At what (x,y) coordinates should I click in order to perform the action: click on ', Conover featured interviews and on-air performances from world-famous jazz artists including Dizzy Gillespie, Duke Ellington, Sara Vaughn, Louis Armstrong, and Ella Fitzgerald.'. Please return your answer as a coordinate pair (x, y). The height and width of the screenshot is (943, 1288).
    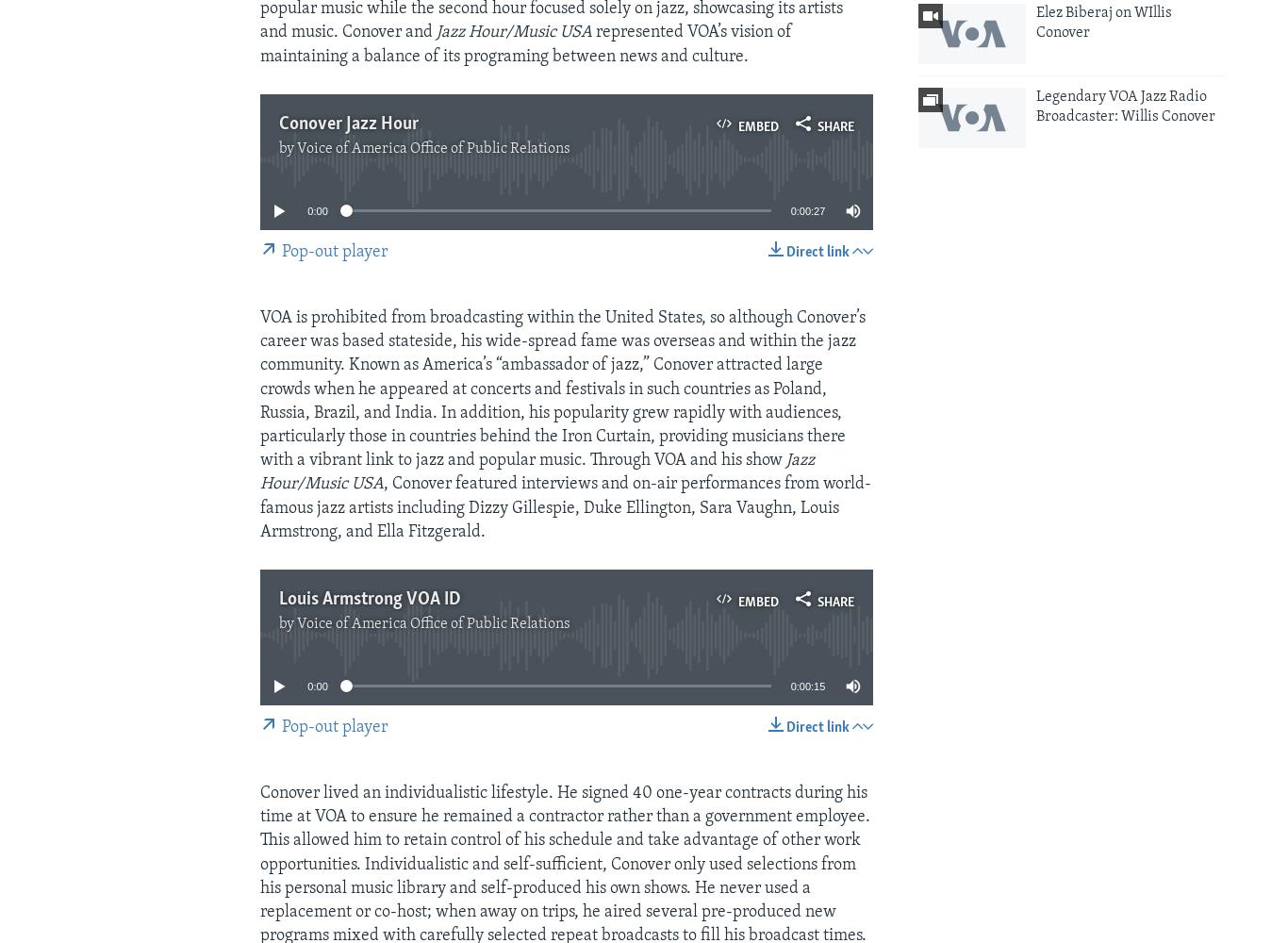
    Looking at the image, I should click on (259, 507).